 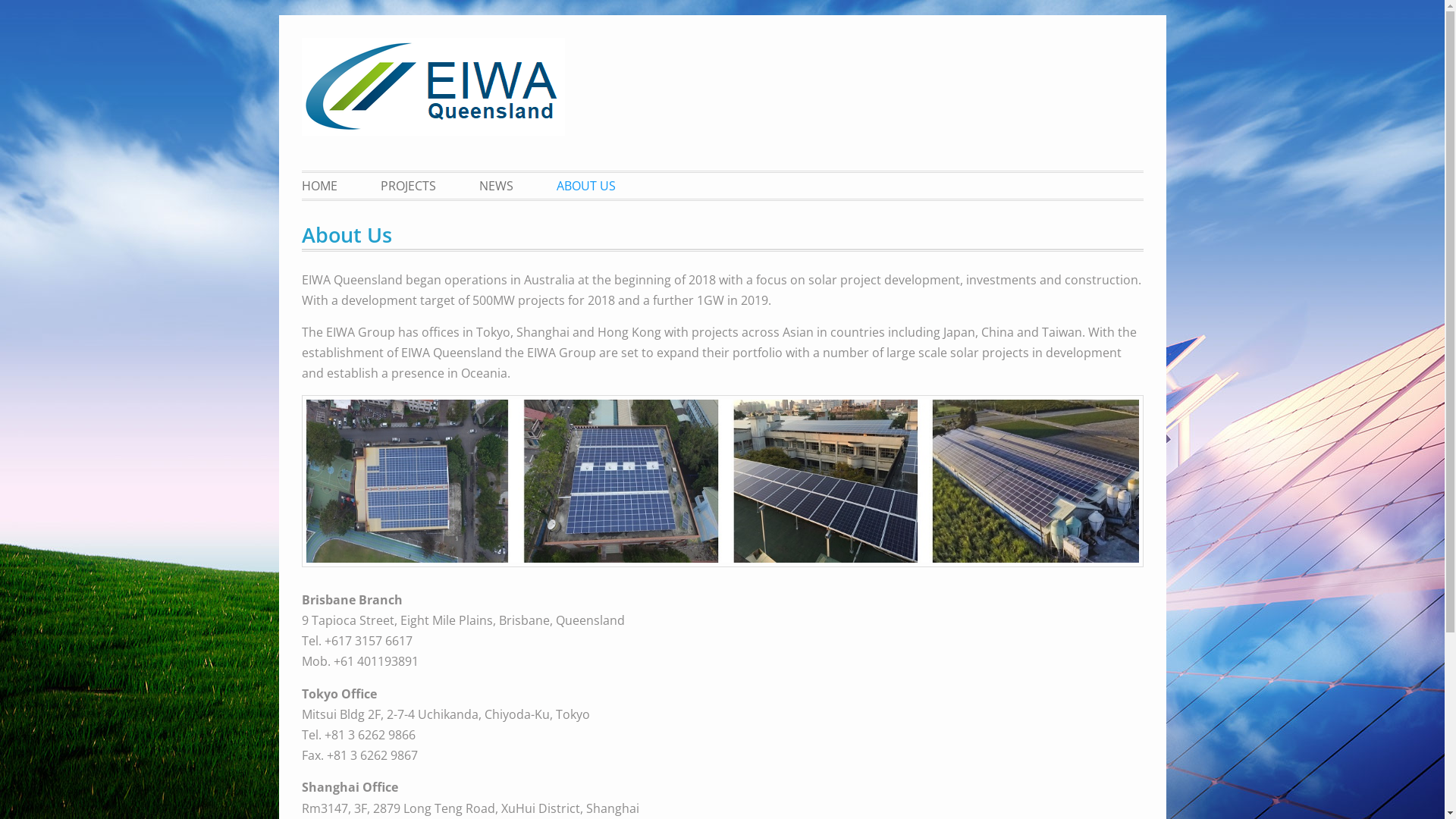 I want to click on 'NEWS', so click(x=495, y=185).